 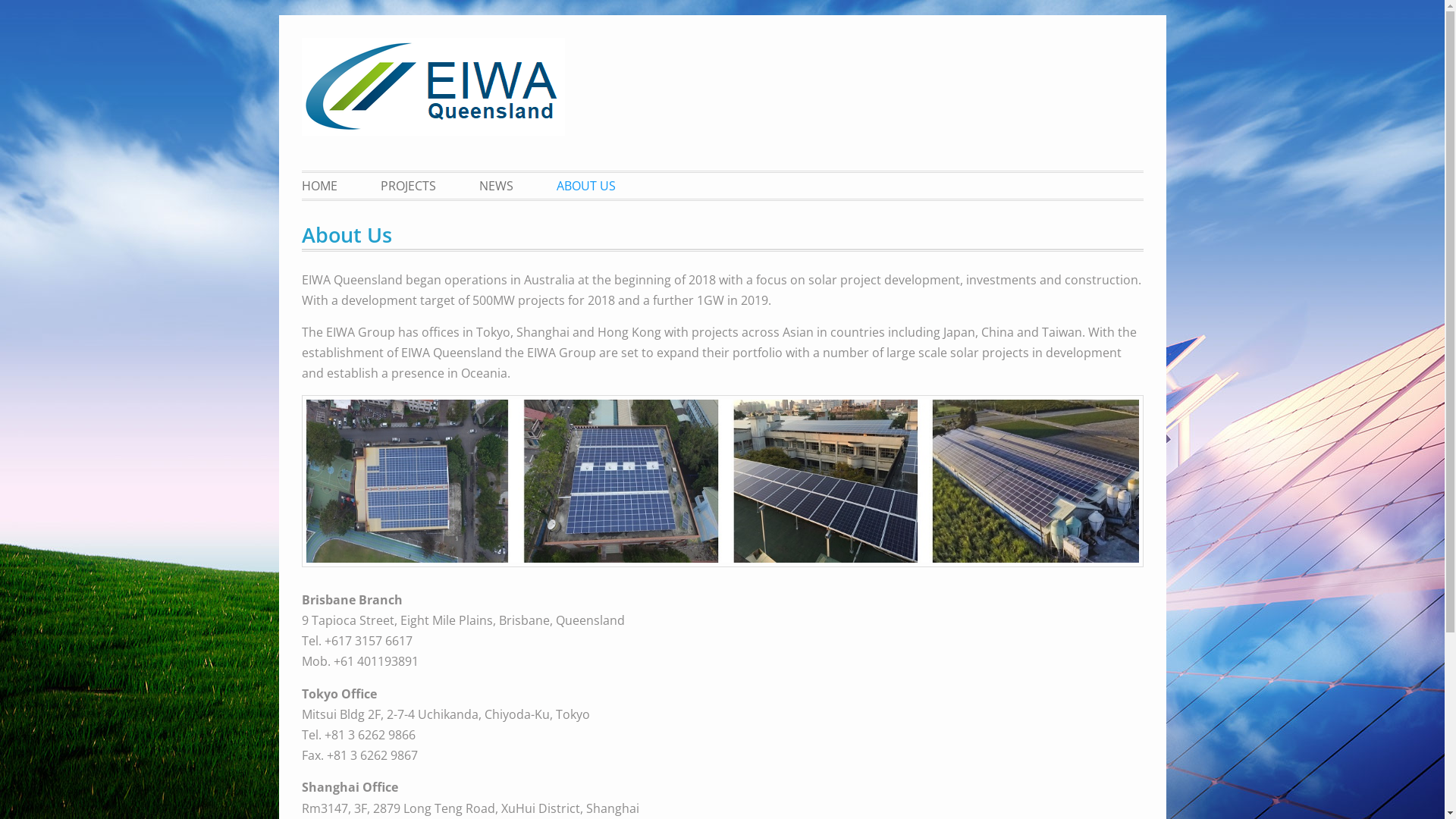 I want to click on 'NEWS', so click(x=495, y=185).